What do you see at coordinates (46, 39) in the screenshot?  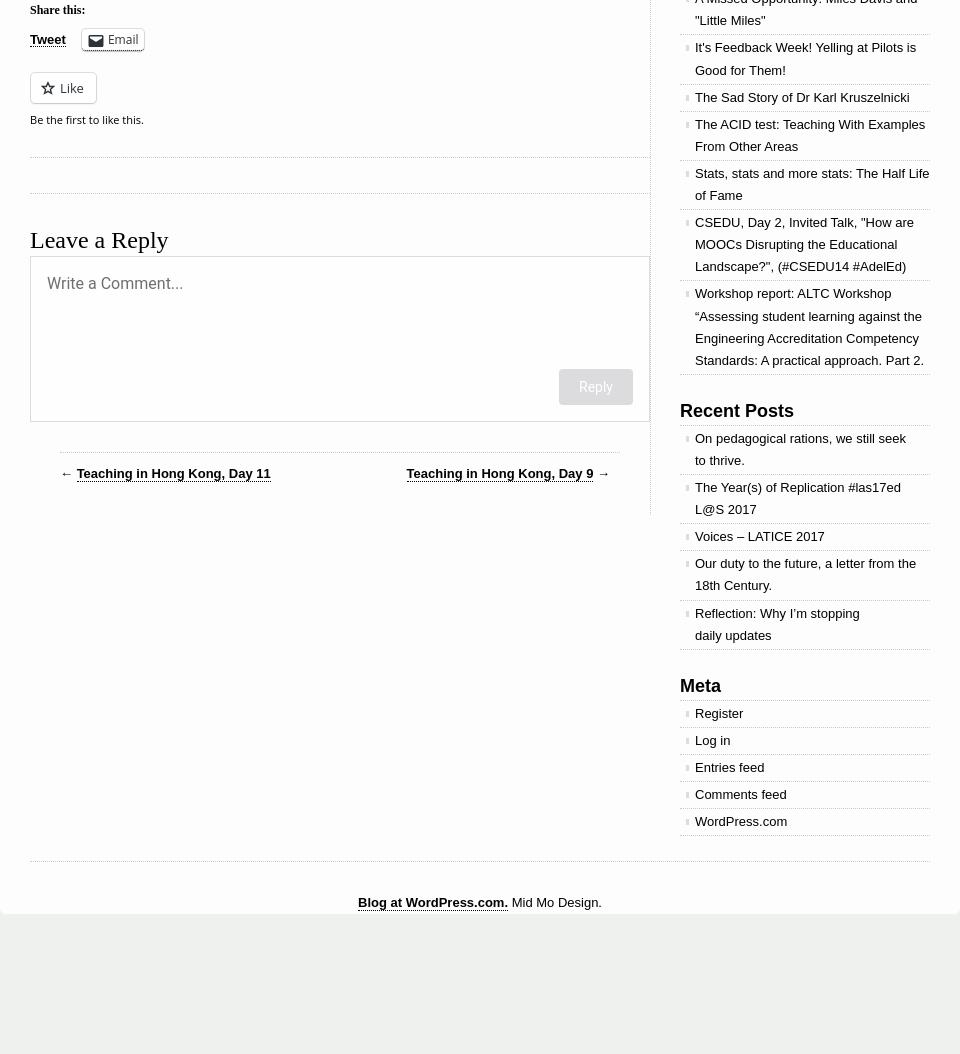 I see `'Tweet'` at bounding box center [46, 39].